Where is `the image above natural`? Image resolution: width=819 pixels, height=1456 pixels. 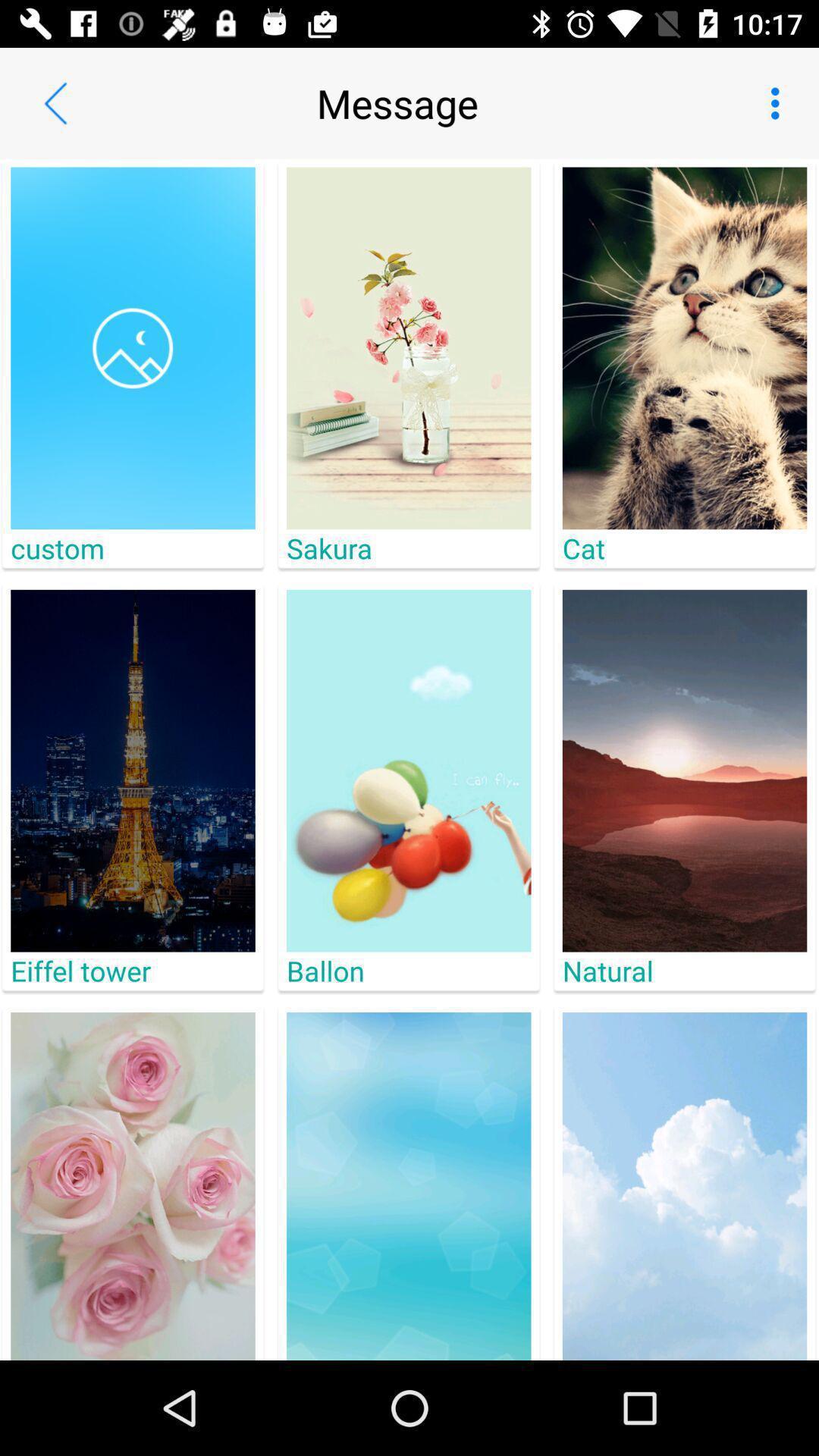 the image above natural is located at coordinates (684, 771).